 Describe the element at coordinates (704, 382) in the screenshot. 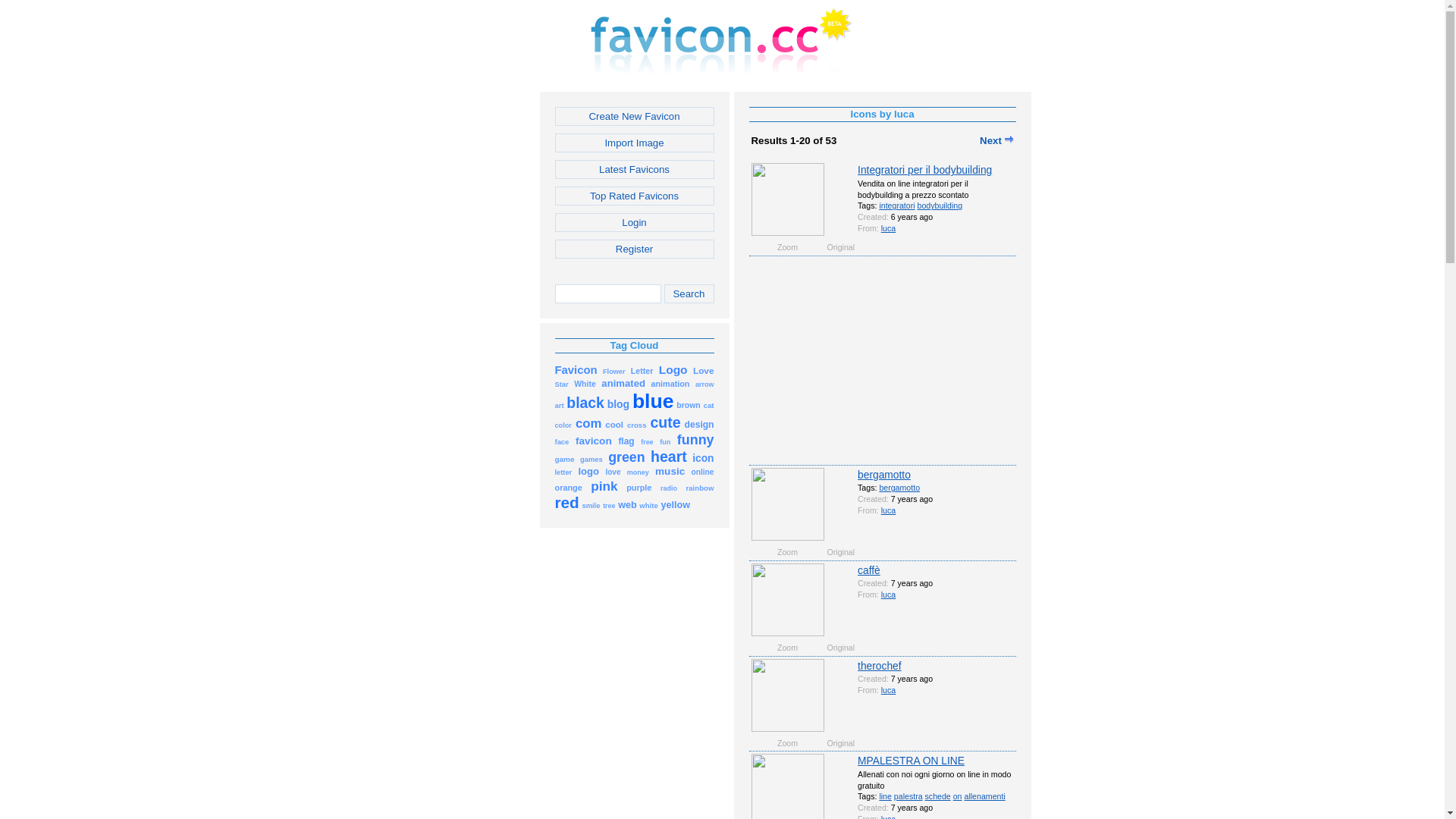

I see `'arrow'` at that location.